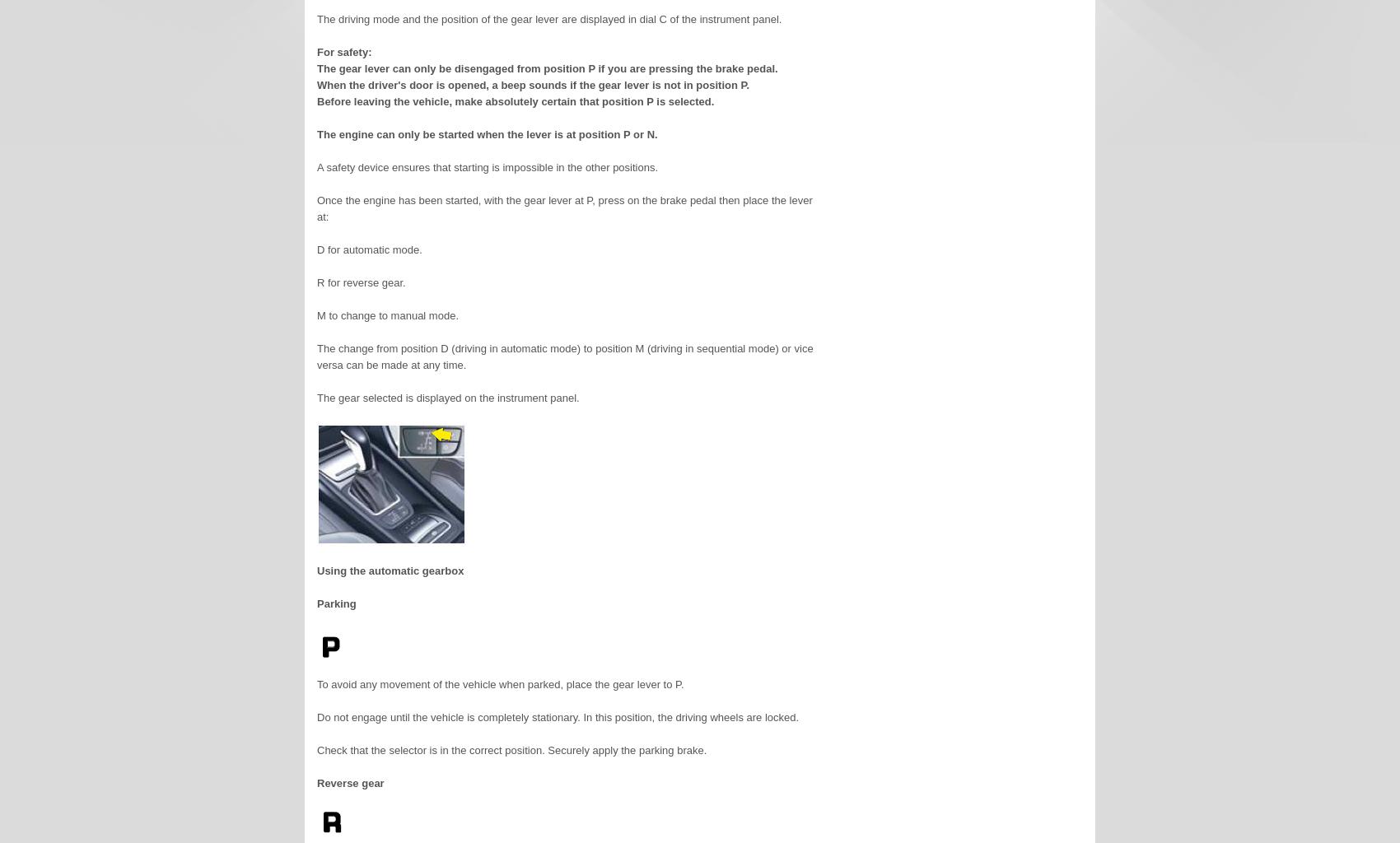  I want to click on 'The gear lever can only be disengaged from position P if you are pressing the brake 
pedal.', so click(547, 68).